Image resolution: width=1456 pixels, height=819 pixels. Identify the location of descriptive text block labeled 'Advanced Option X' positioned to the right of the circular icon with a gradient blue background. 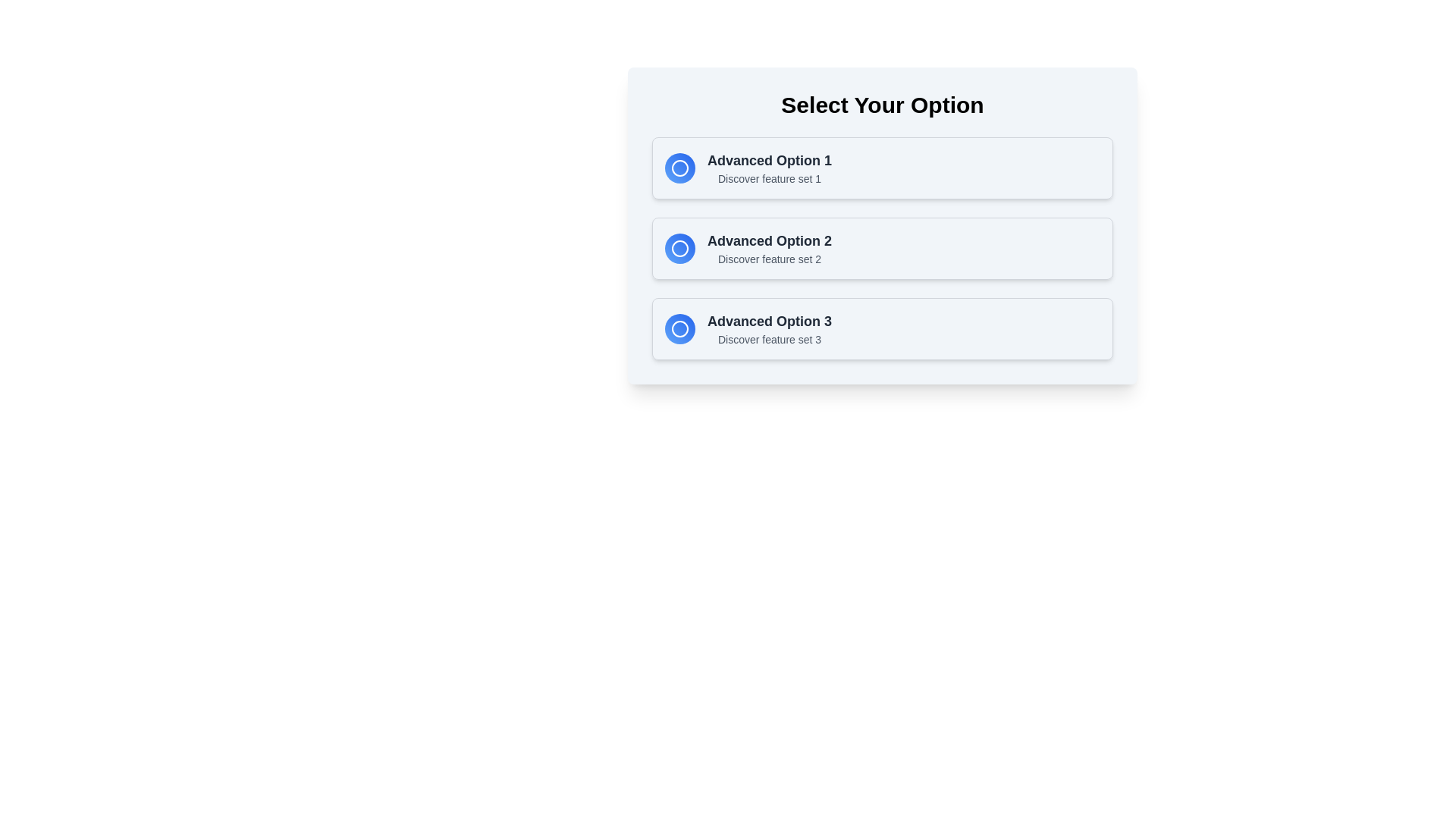
(770, 168).